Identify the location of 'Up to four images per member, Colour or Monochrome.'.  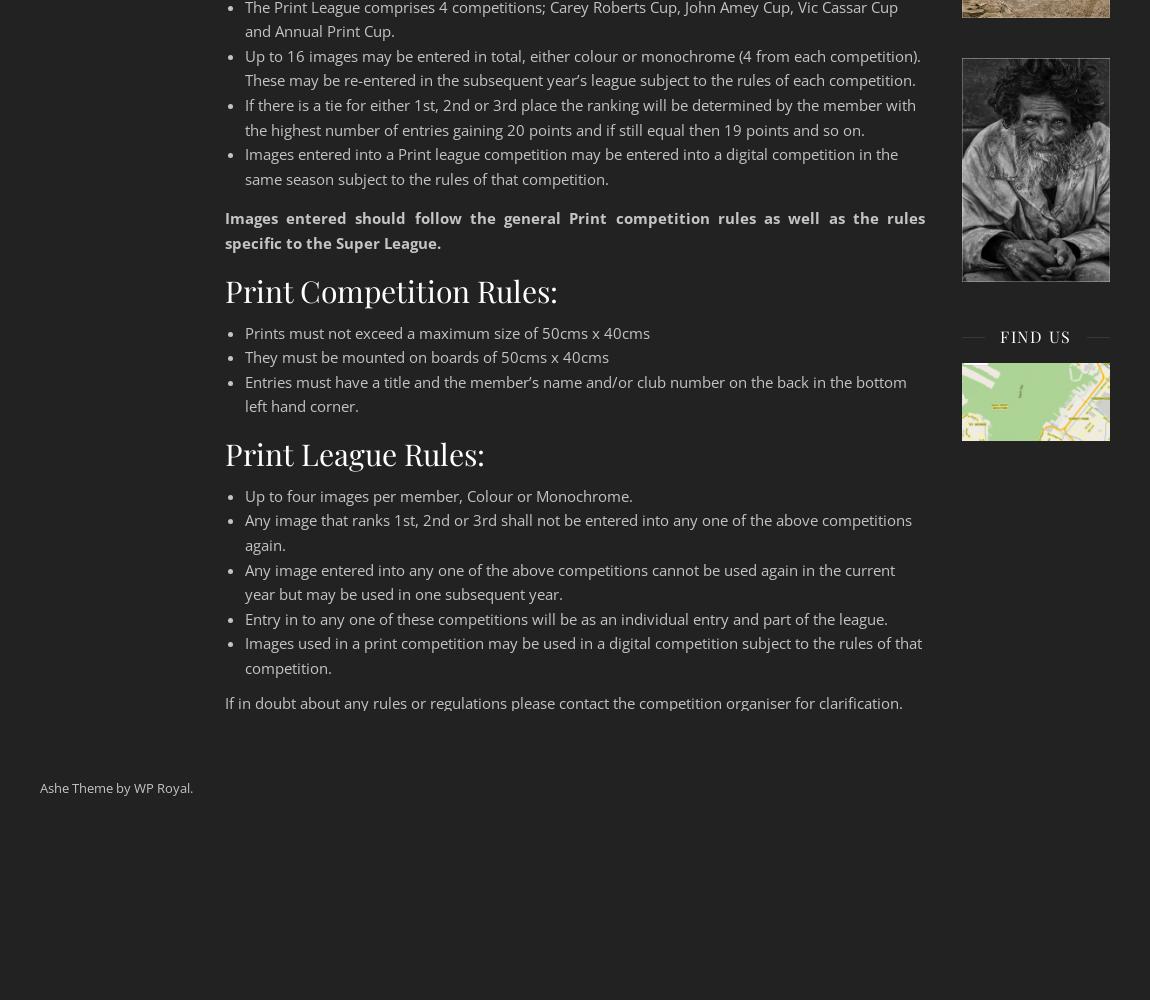
(438, 494).